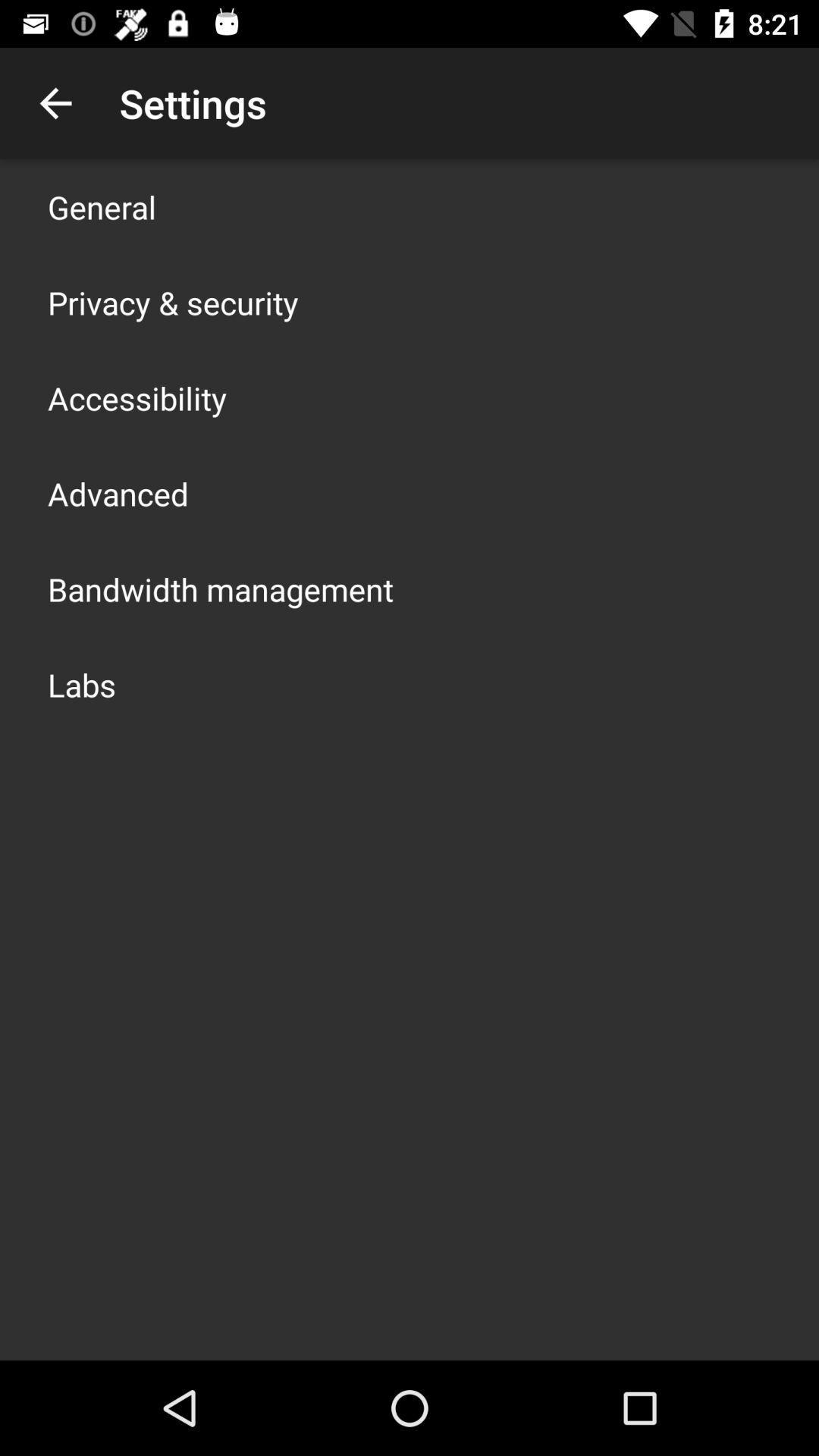  What do you see at coordinates (102, 206) in the screenshot?
I see `icon above privacy & security icon` at bounding box center [102, 206].